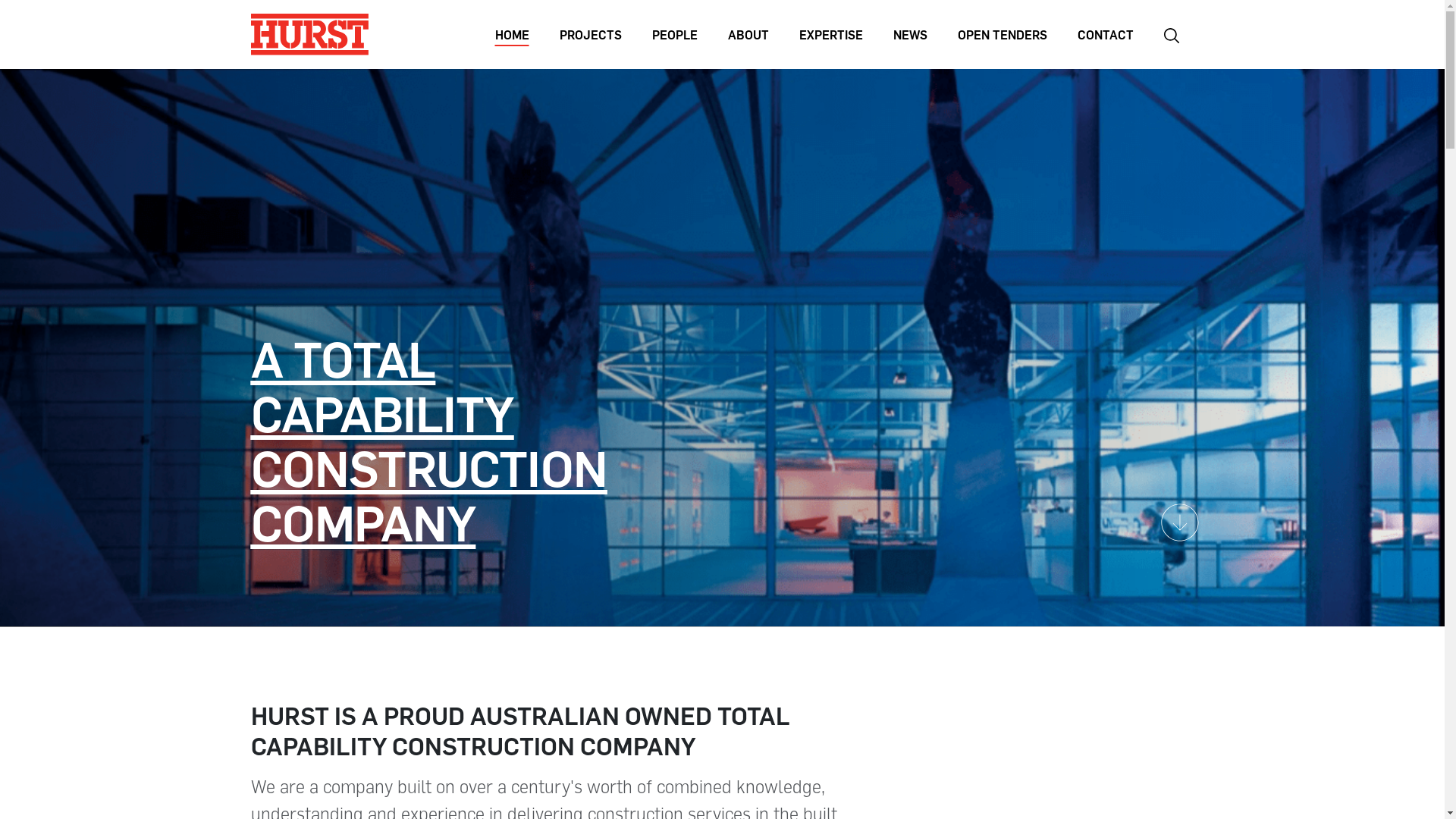  I want to click on 'ABOUT', so click(748, 34).